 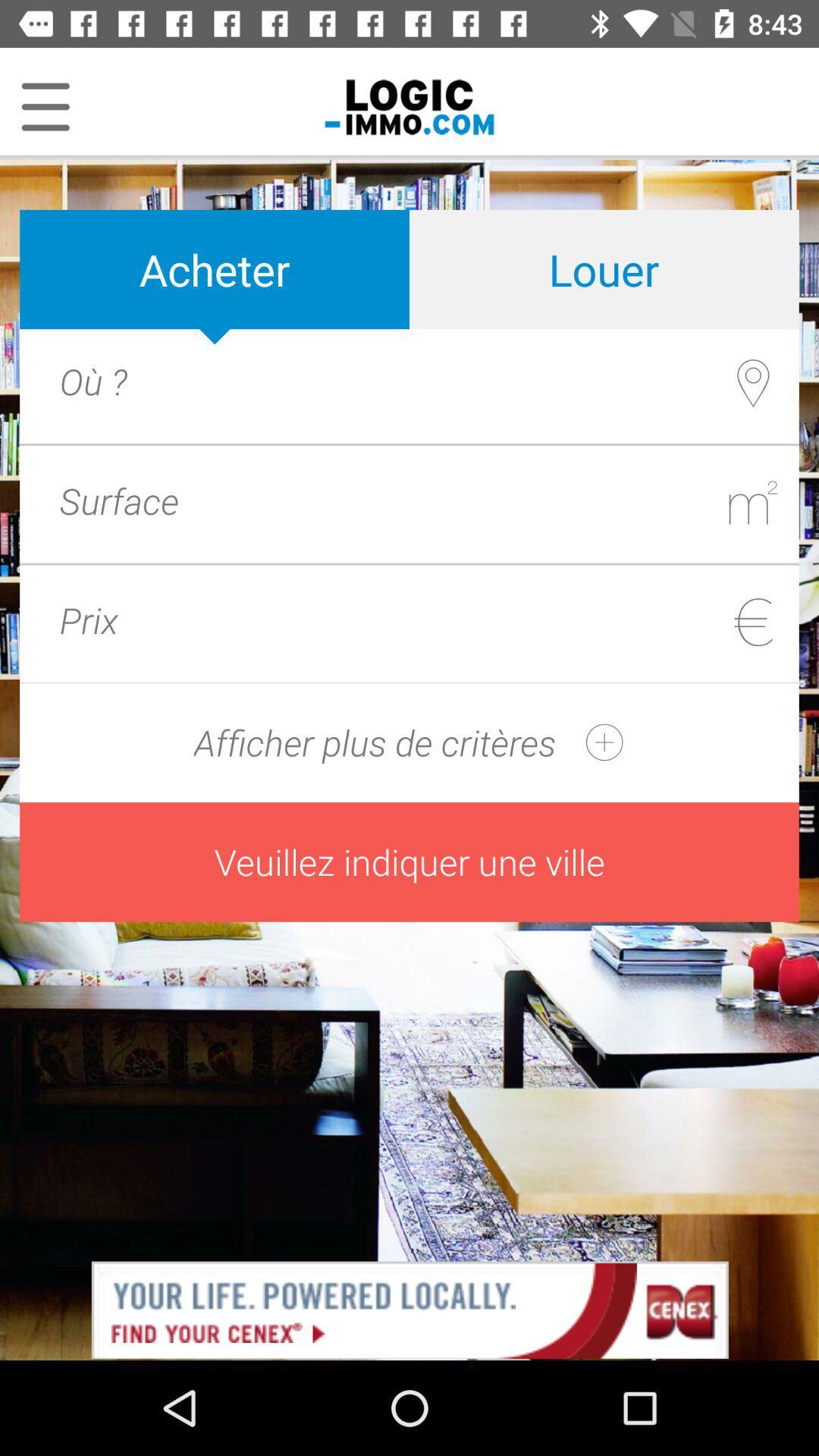 I want to click on price, so click(x=437, y=620).